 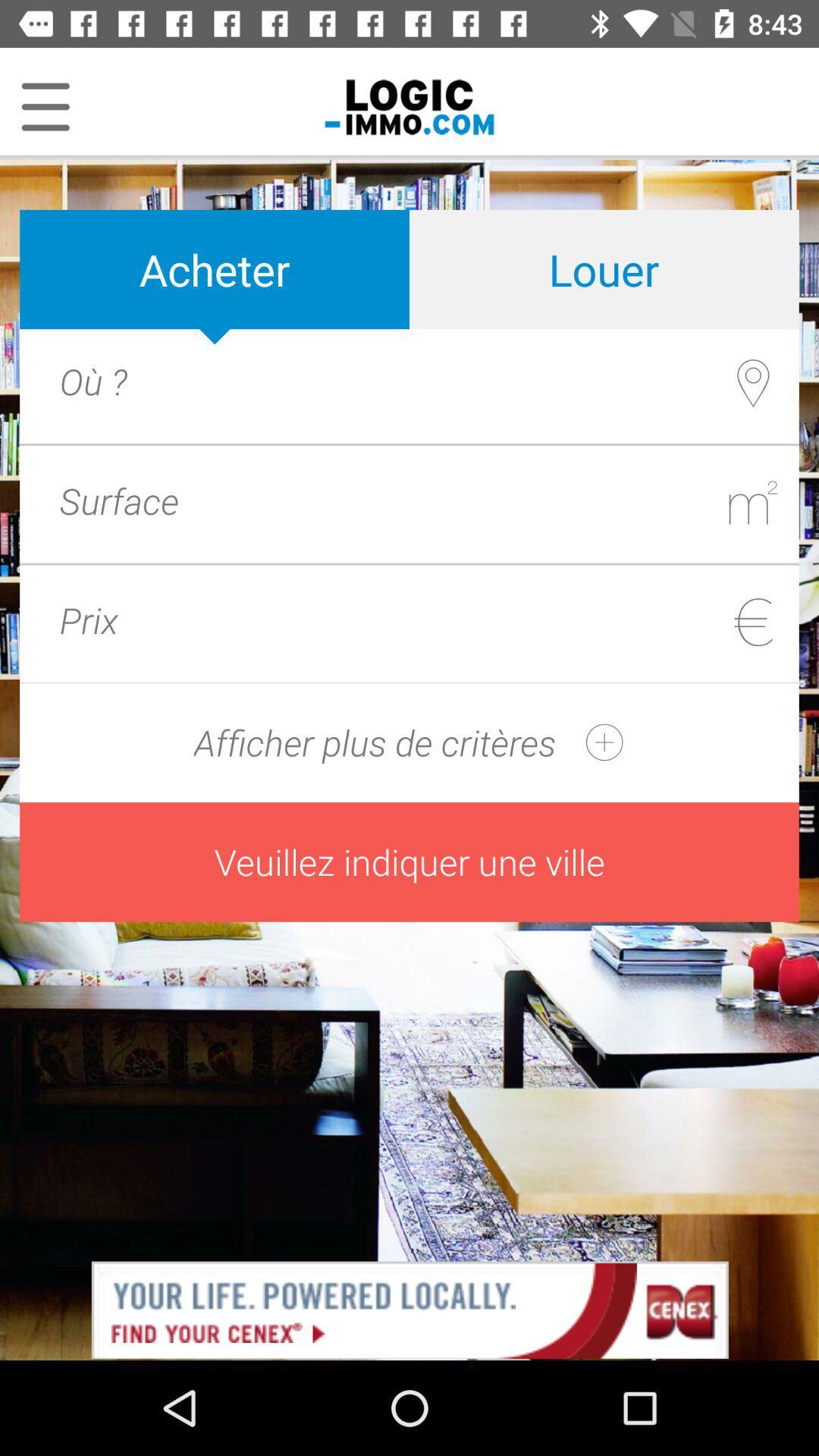 I want to click on price, so click(x=437, y=620).